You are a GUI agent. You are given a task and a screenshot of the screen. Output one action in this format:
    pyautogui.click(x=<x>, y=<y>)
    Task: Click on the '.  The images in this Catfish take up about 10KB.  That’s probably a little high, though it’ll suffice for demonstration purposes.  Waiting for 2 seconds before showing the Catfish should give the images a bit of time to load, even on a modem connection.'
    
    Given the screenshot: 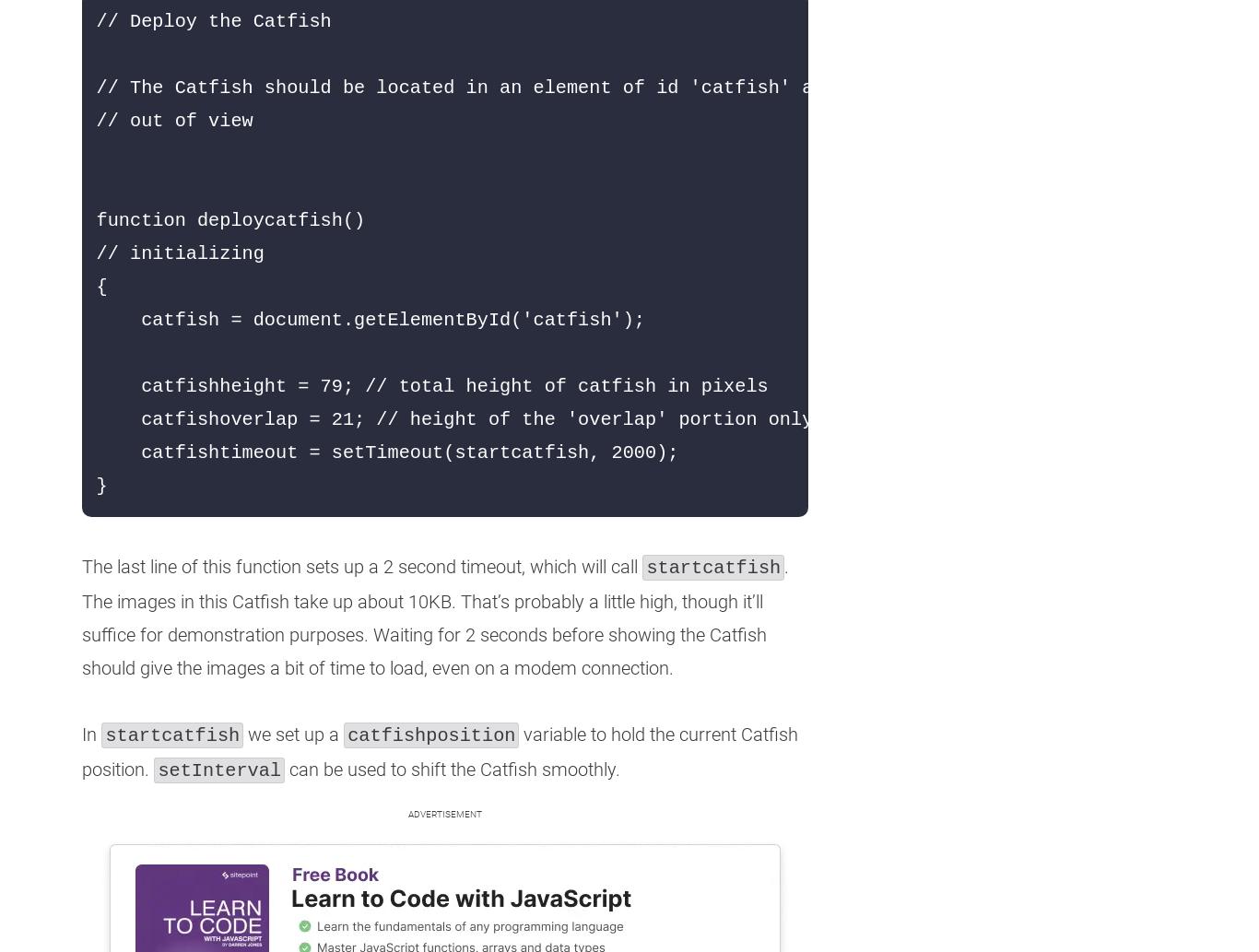 What is the action you would take?
    pyautogui.click(x=435, y=617)
    